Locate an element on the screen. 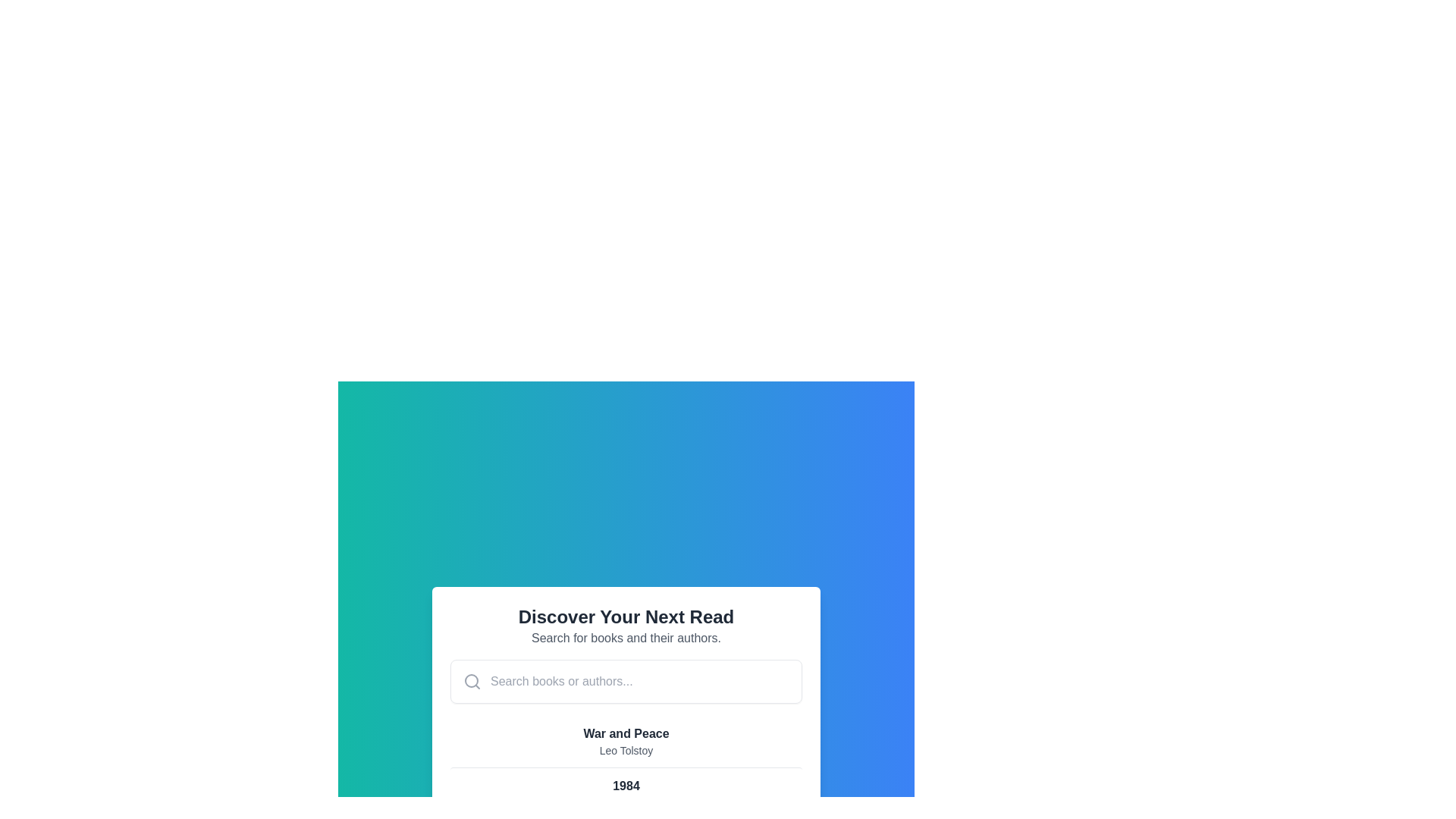 This screenshot has height=819, width=1456. the circular magnifying glass icon within the SVG graphic that represents a disabled search function, located at the top-left of the search bar above the placeholder text 'Search books or authors...' is located at coordinates (471, 680).